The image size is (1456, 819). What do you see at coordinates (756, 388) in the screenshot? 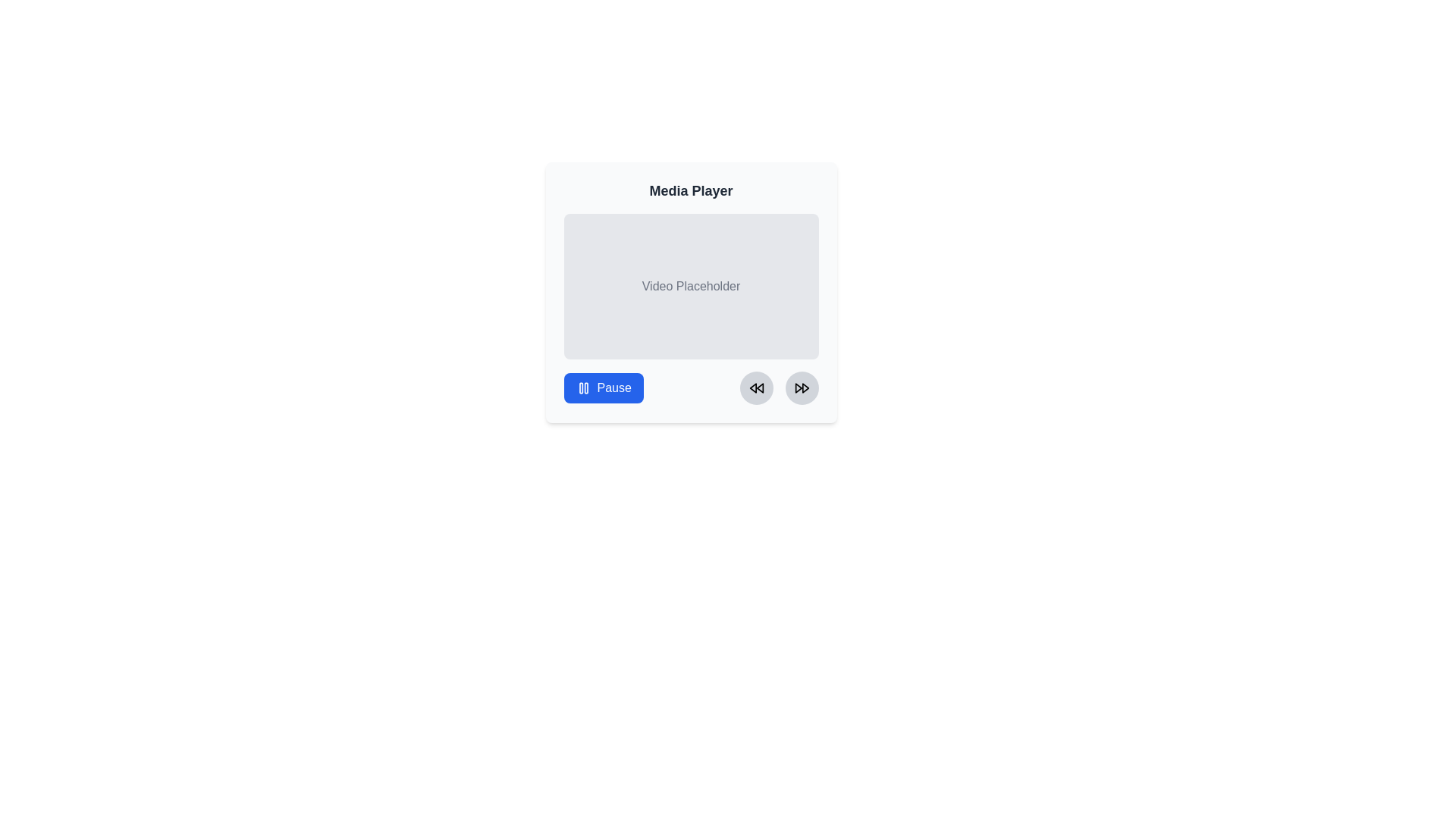
I see `the rewind icon button, which is a circular button with a gray background and a black stroke depicting a rewind symbol` at bounding box center [756, 388].